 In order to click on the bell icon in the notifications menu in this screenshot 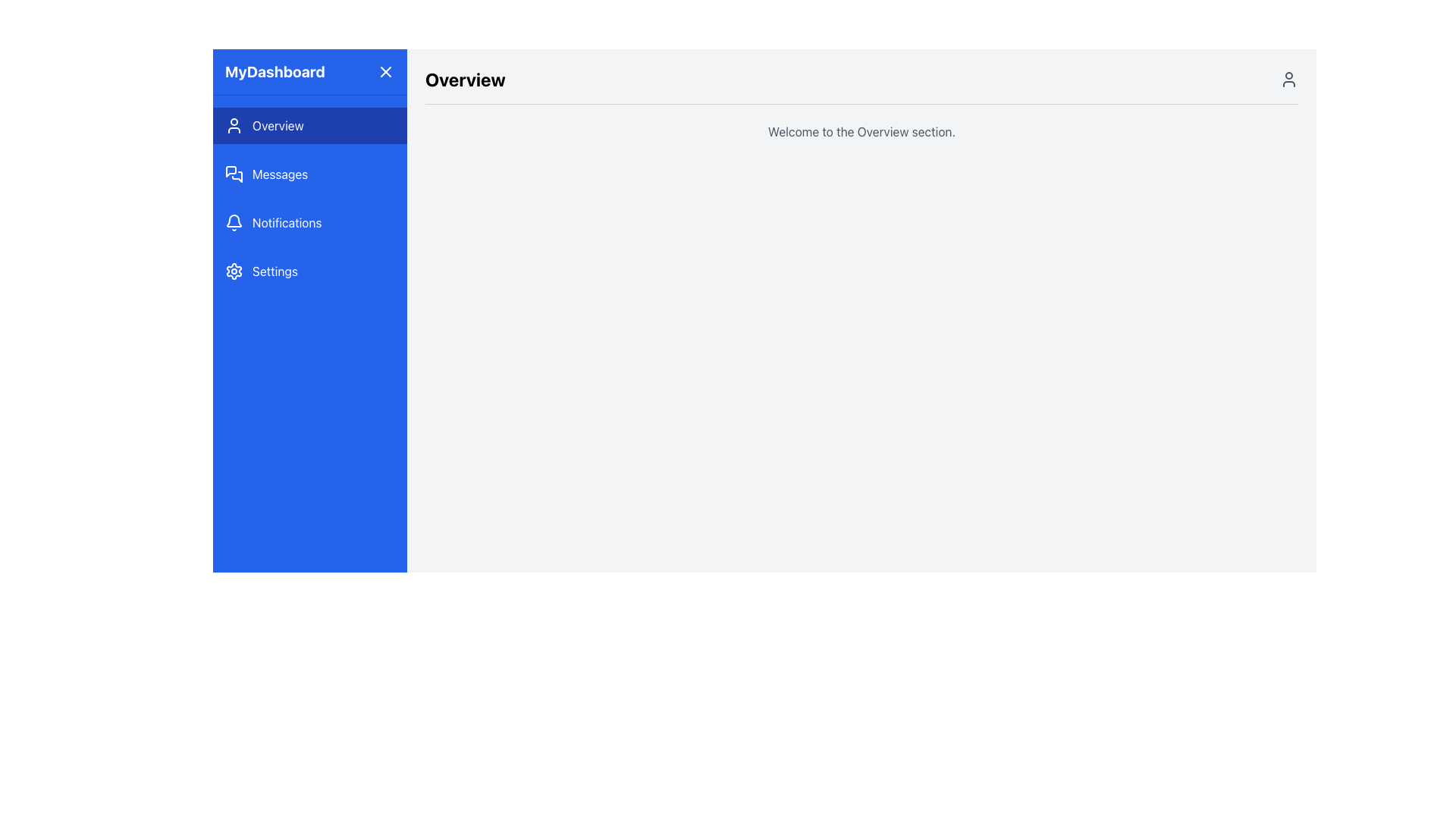, I will do `click(233, 221)`.